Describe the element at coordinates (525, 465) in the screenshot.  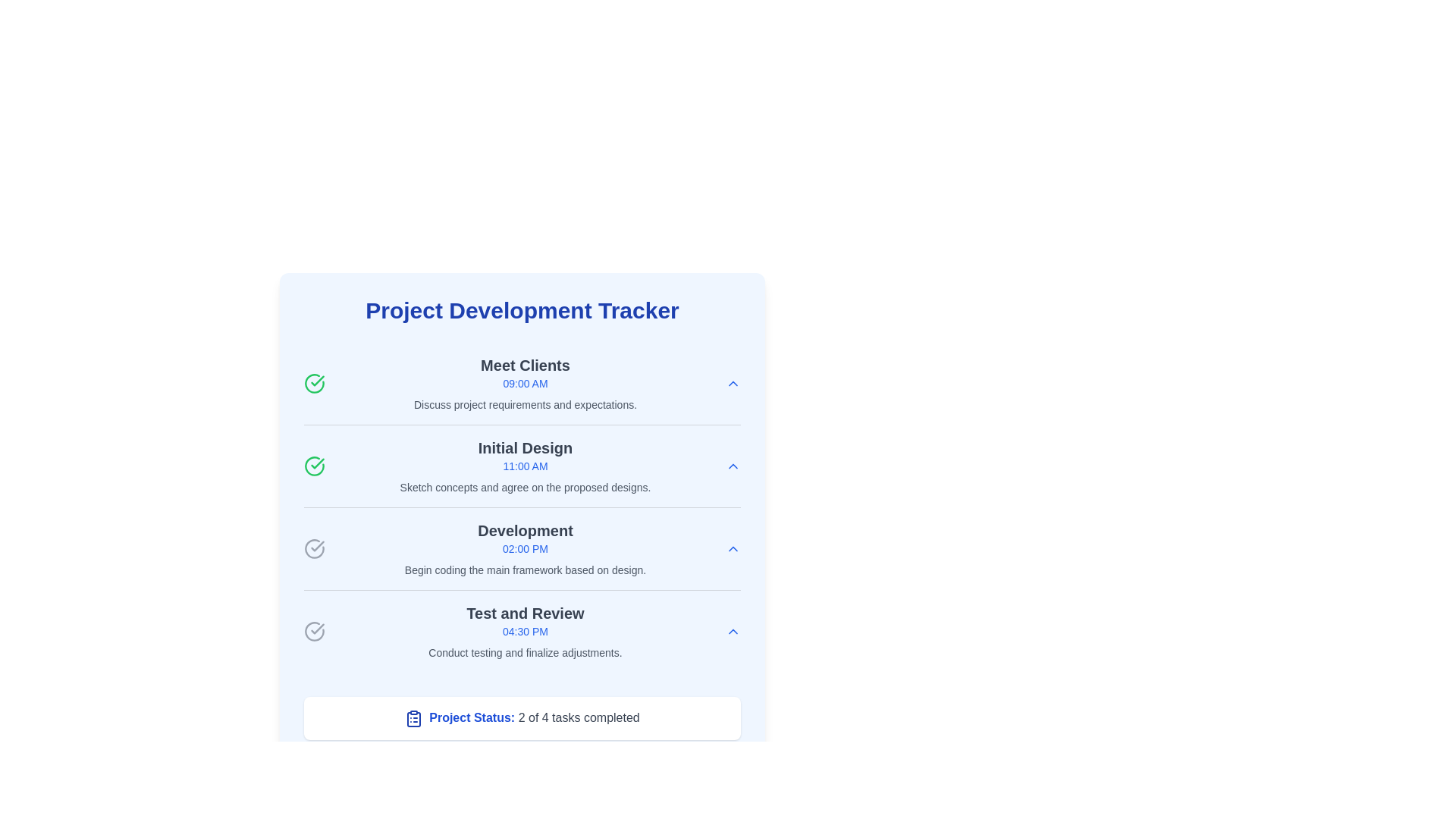
I see `the Text label displaying '11:00 AM' in a small, blue font, located under the 'Initial Design' section` at that location.